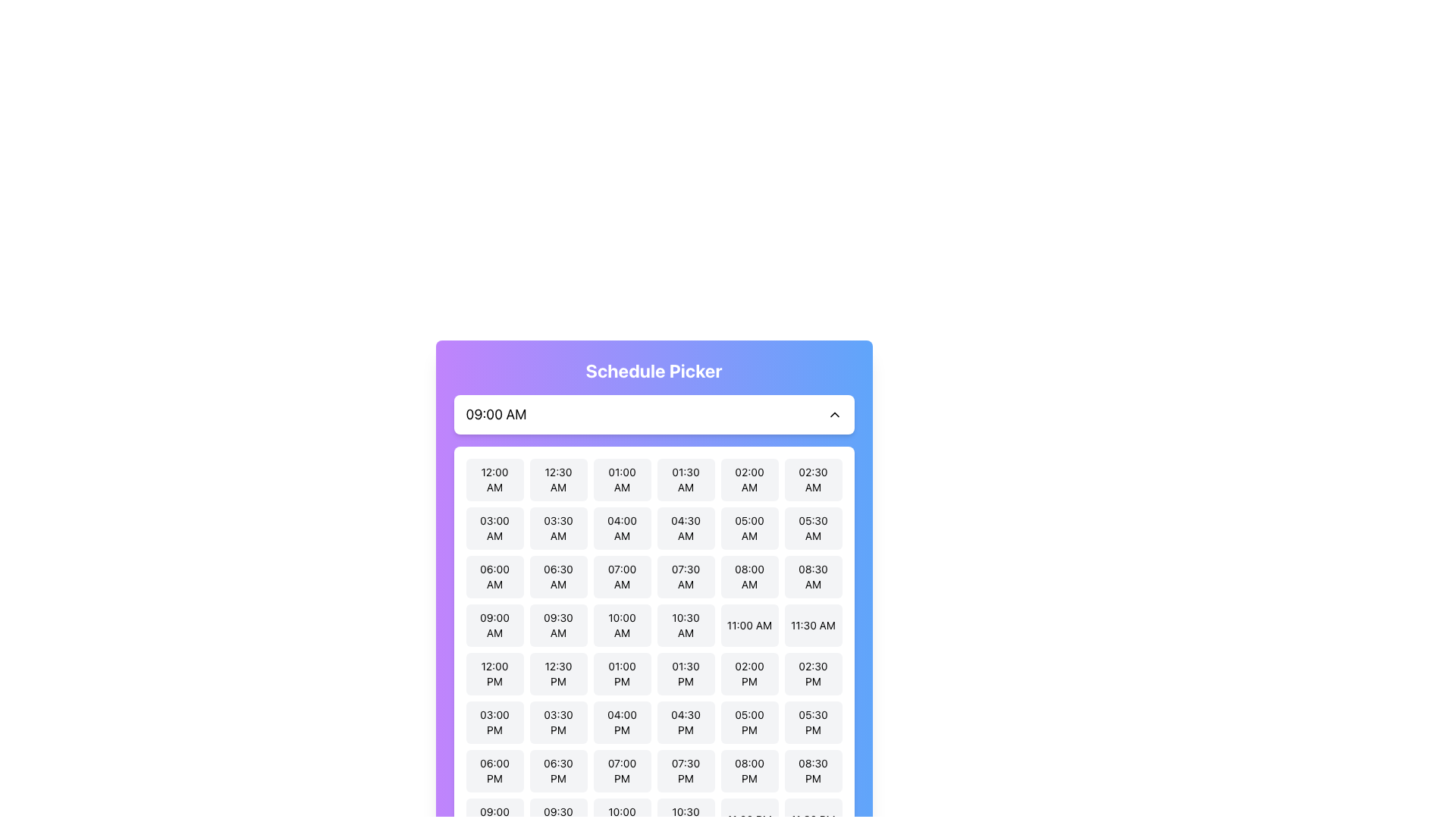 The width and height of the screenshot is (1456, 819). I want to click on the selectable time slot button for 09:00 AM located, so click(494, 626).